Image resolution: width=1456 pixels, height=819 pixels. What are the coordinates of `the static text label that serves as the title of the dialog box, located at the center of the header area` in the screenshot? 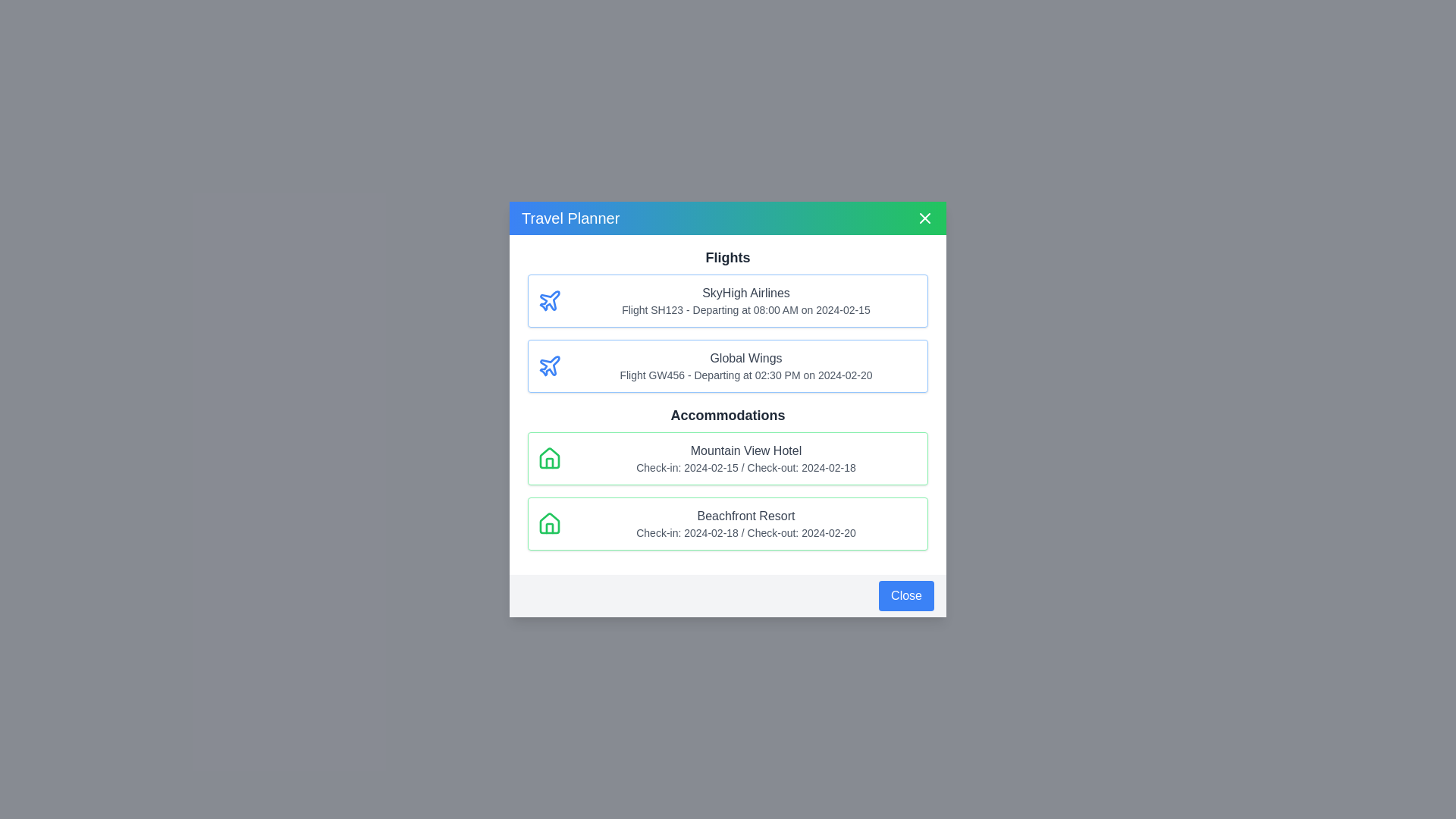 It's located at (570, 218).